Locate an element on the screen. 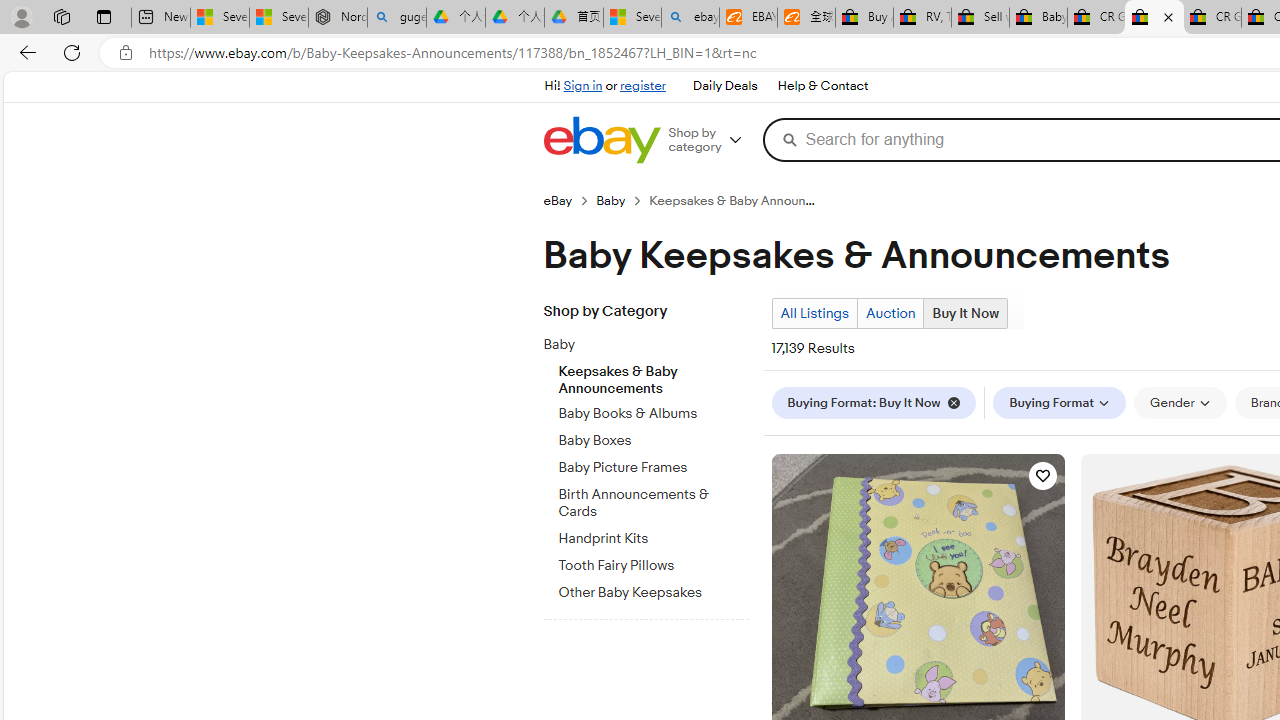 Image resolution: width=1280 pixels, height=720 pixels. 'Buy It Now Current view' is located at coordinates (965, 313).